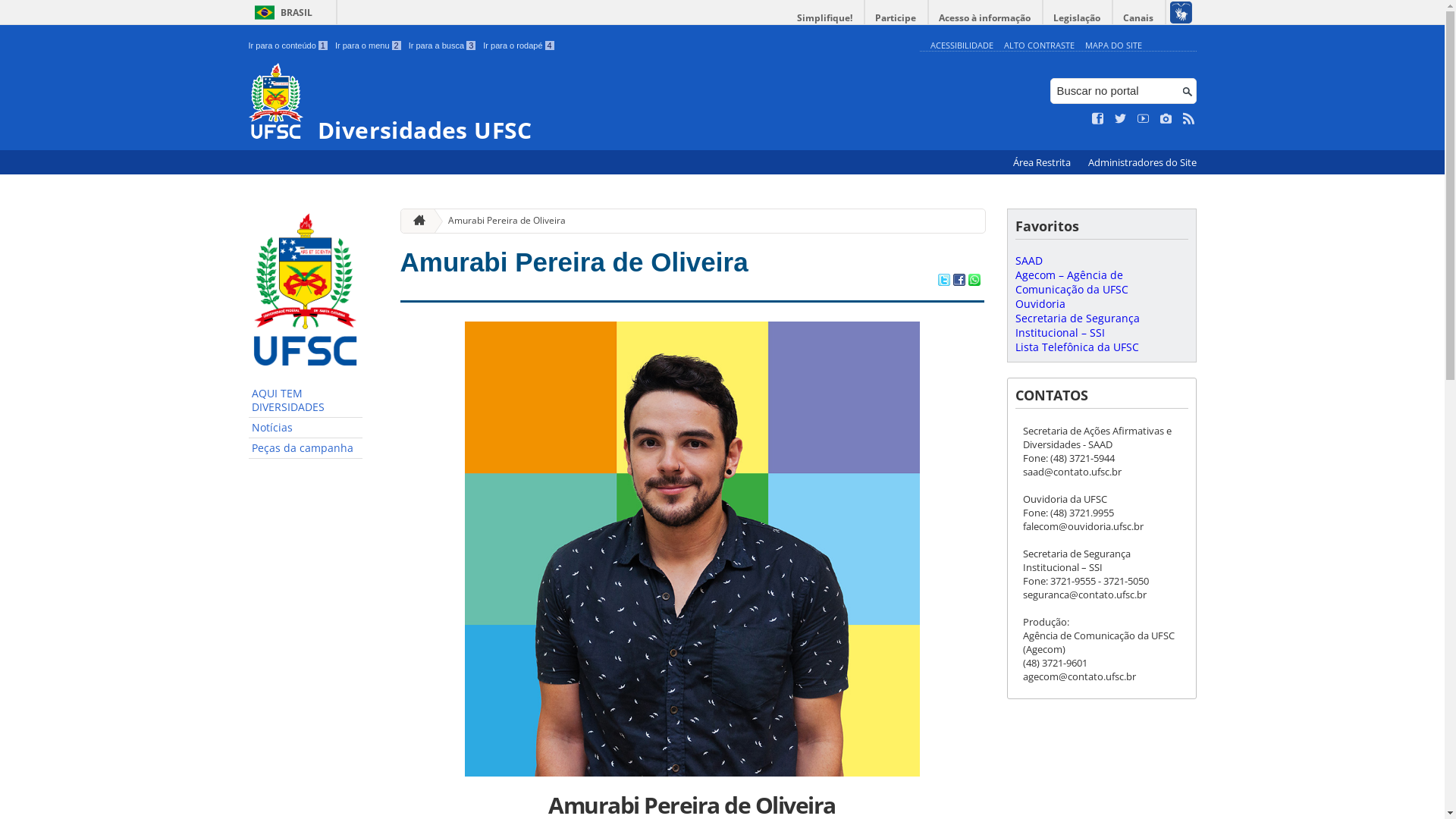 This screenshot has height=819, width=1456. I want to click on 'Canais', so click(1139, 17).